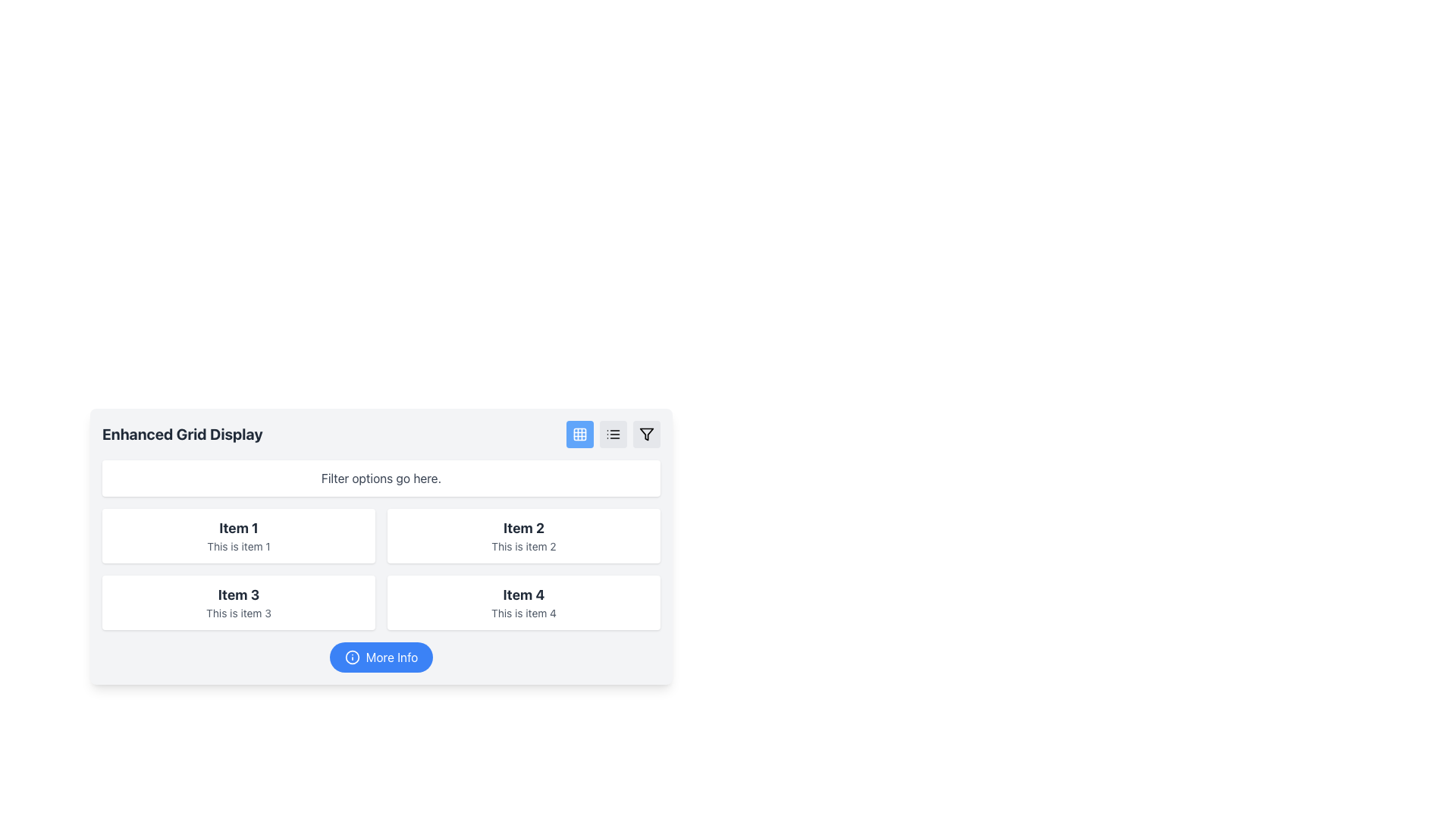 This screenshot has height=819, width=1456. What do you see at coordinates (613, 435) in the screenshot?
I see `the rounded rectangular button with a gray background and a black list layout icon, located in the toolbar above the grid display area` at bounding box center [613, 435].